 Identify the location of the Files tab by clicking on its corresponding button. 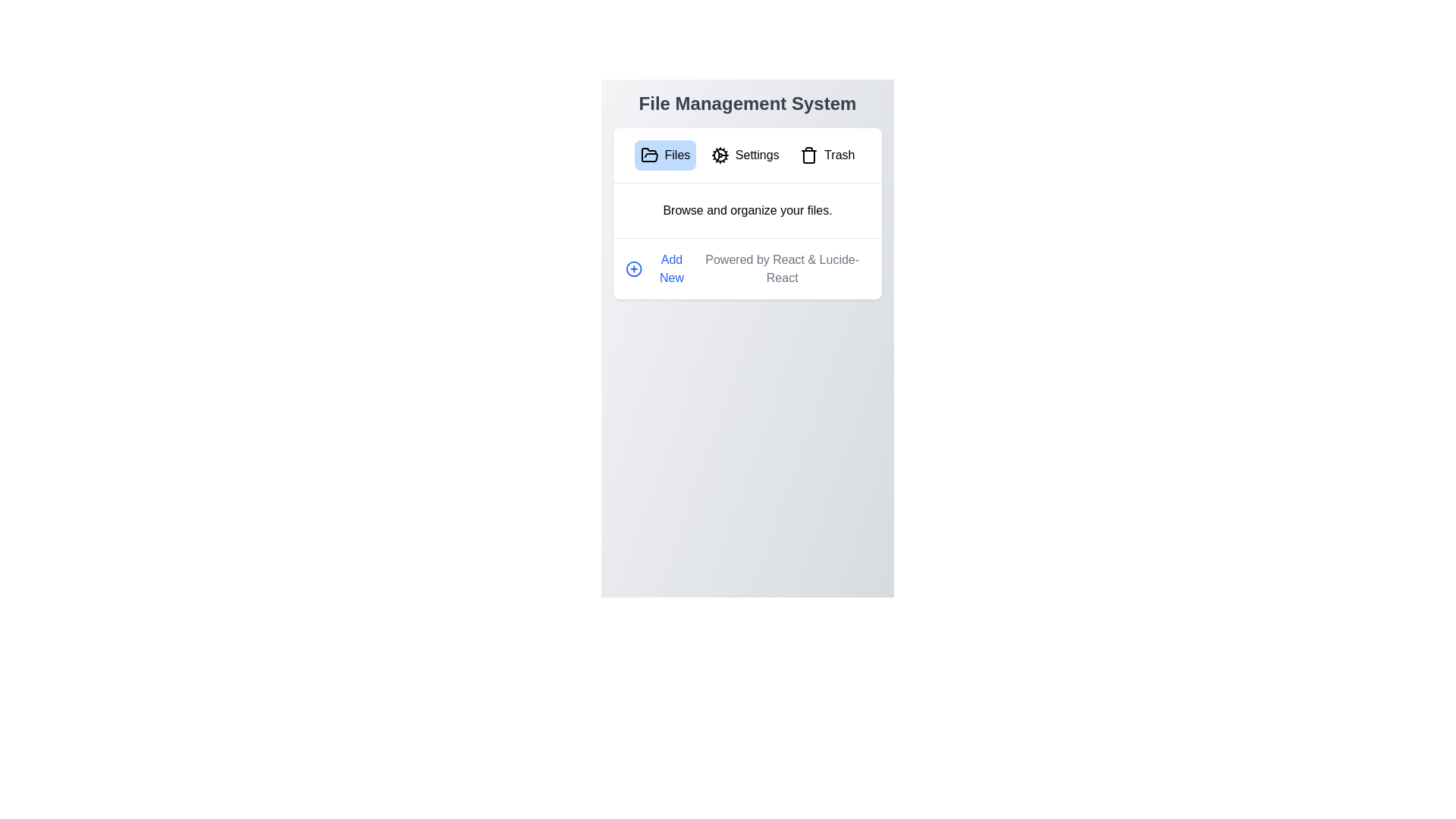
(665, 155).